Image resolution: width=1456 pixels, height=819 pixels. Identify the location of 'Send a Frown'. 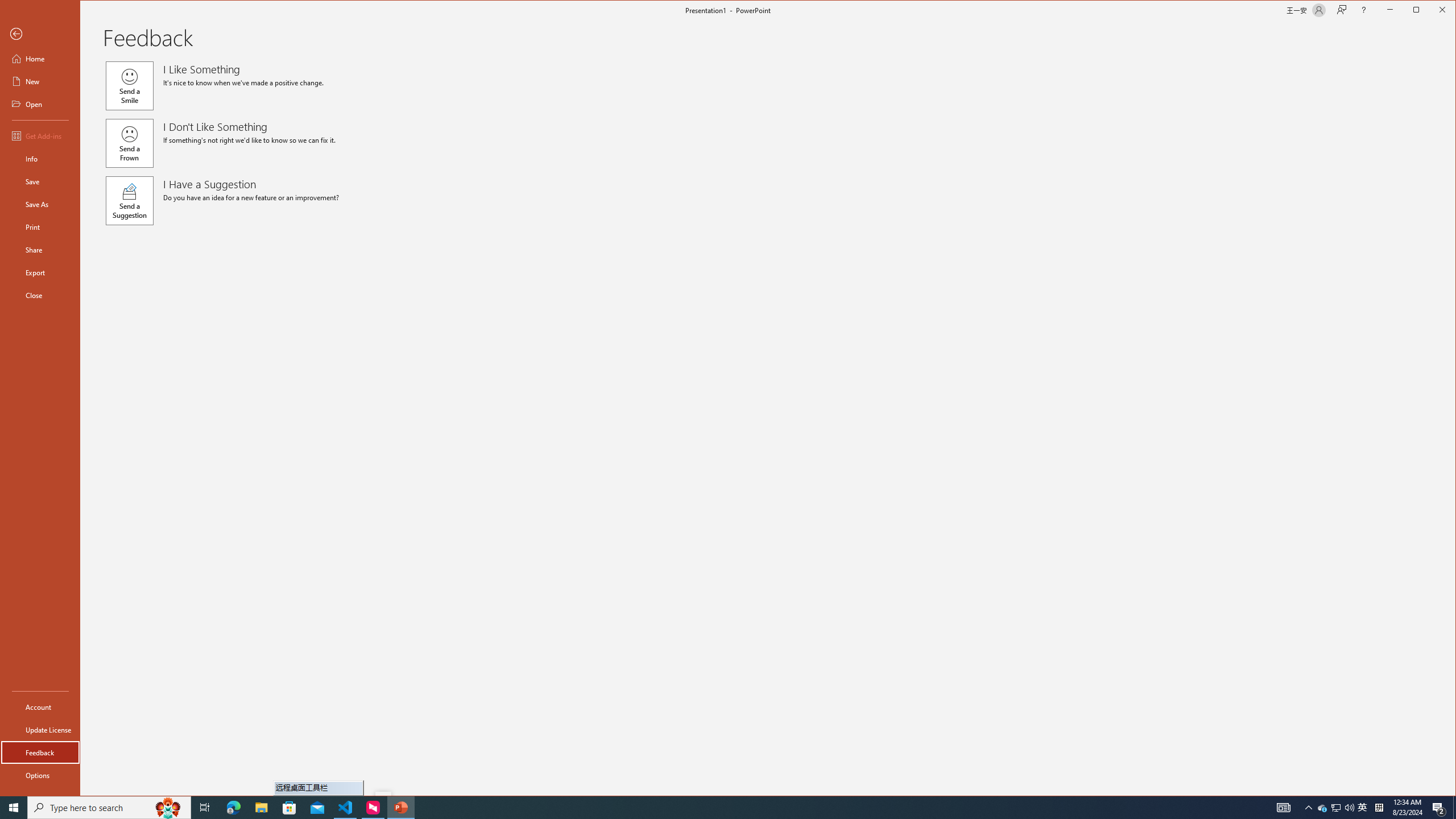
(129, 142).